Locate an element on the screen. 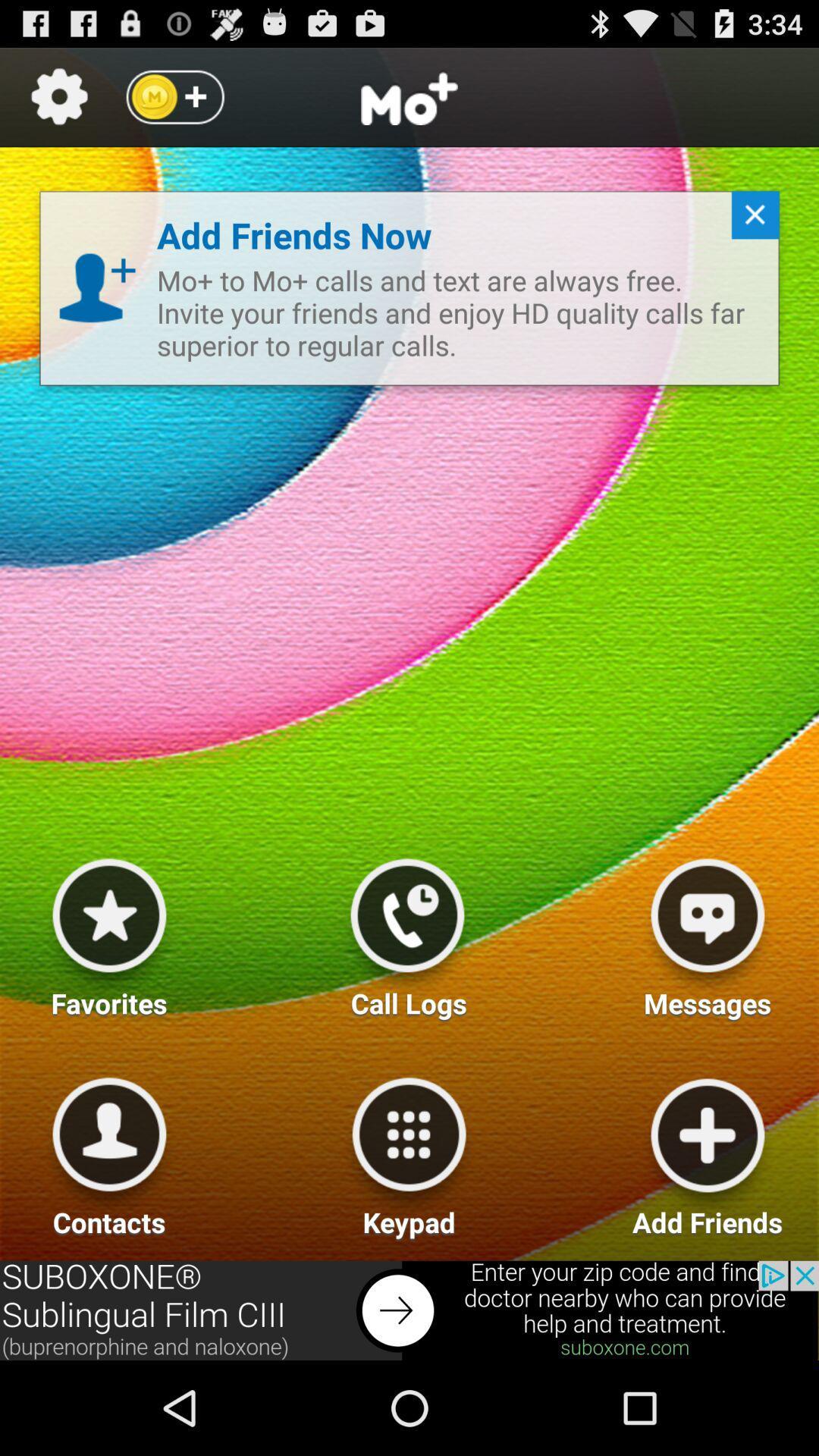  call logs option is located at coordinates (406, 931).